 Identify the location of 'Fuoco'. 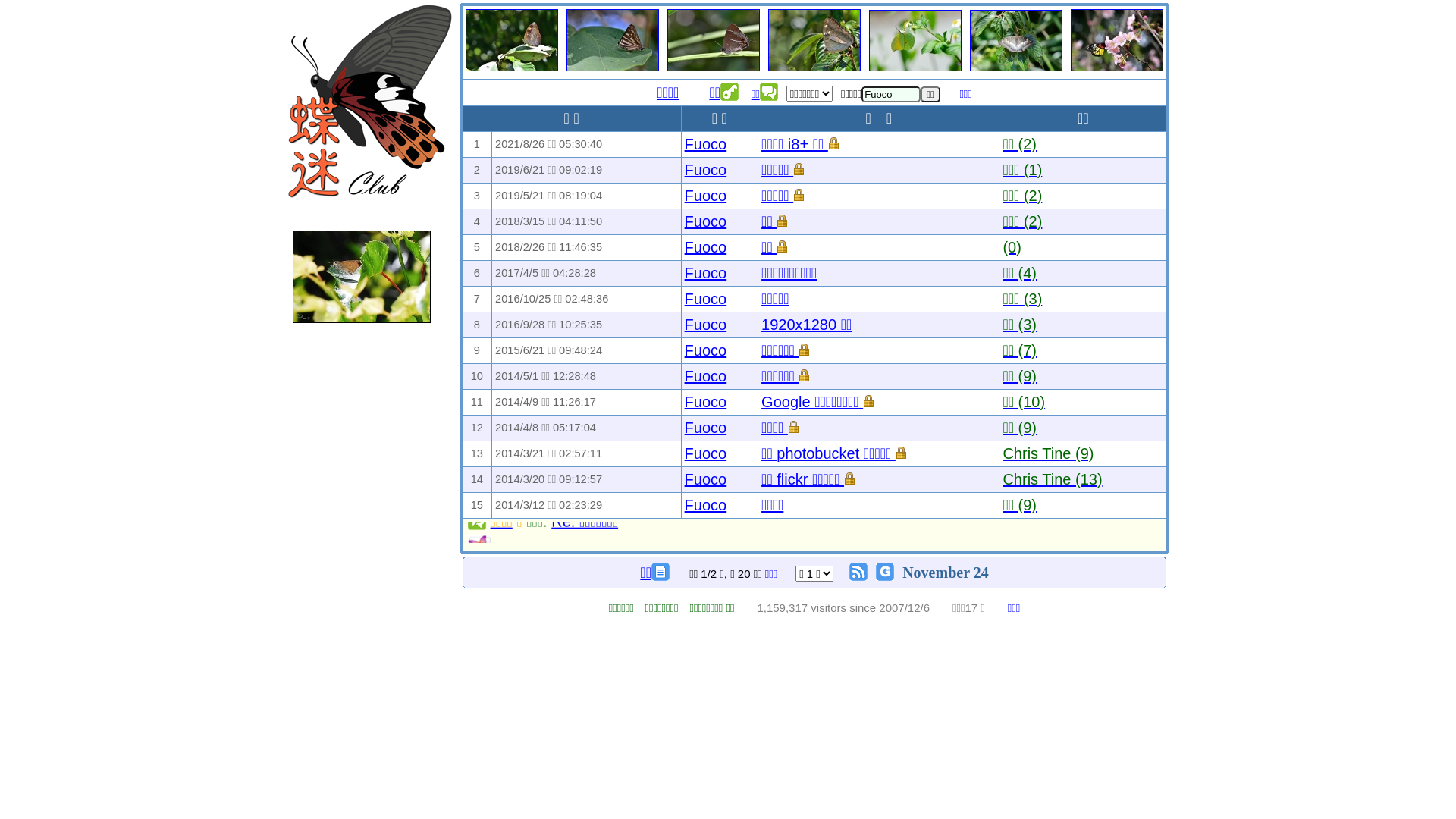
(683, 298).